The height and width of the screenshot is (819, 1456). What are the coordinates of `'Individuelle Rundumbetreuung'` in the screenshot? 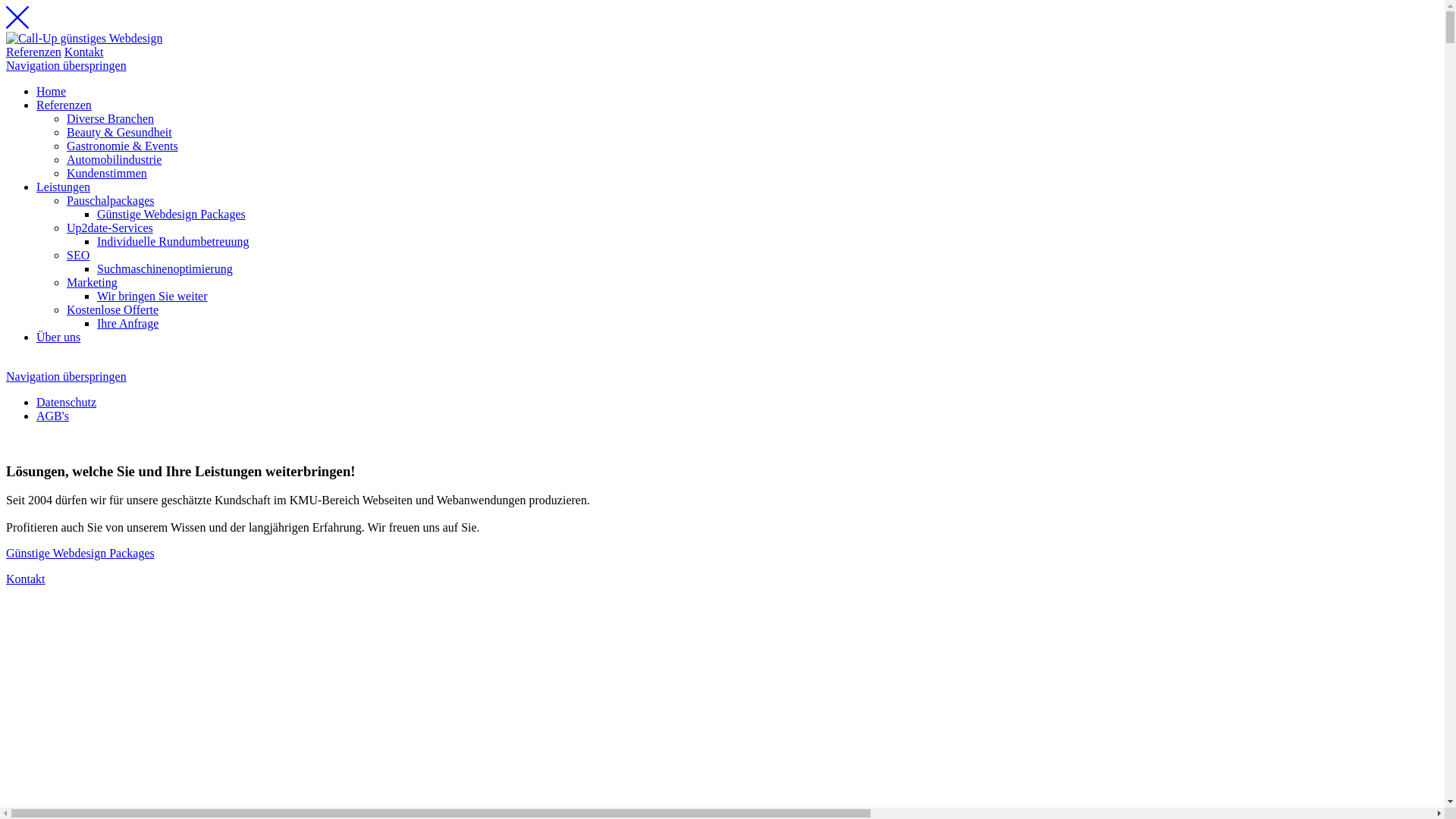 It's located at (96, 240).